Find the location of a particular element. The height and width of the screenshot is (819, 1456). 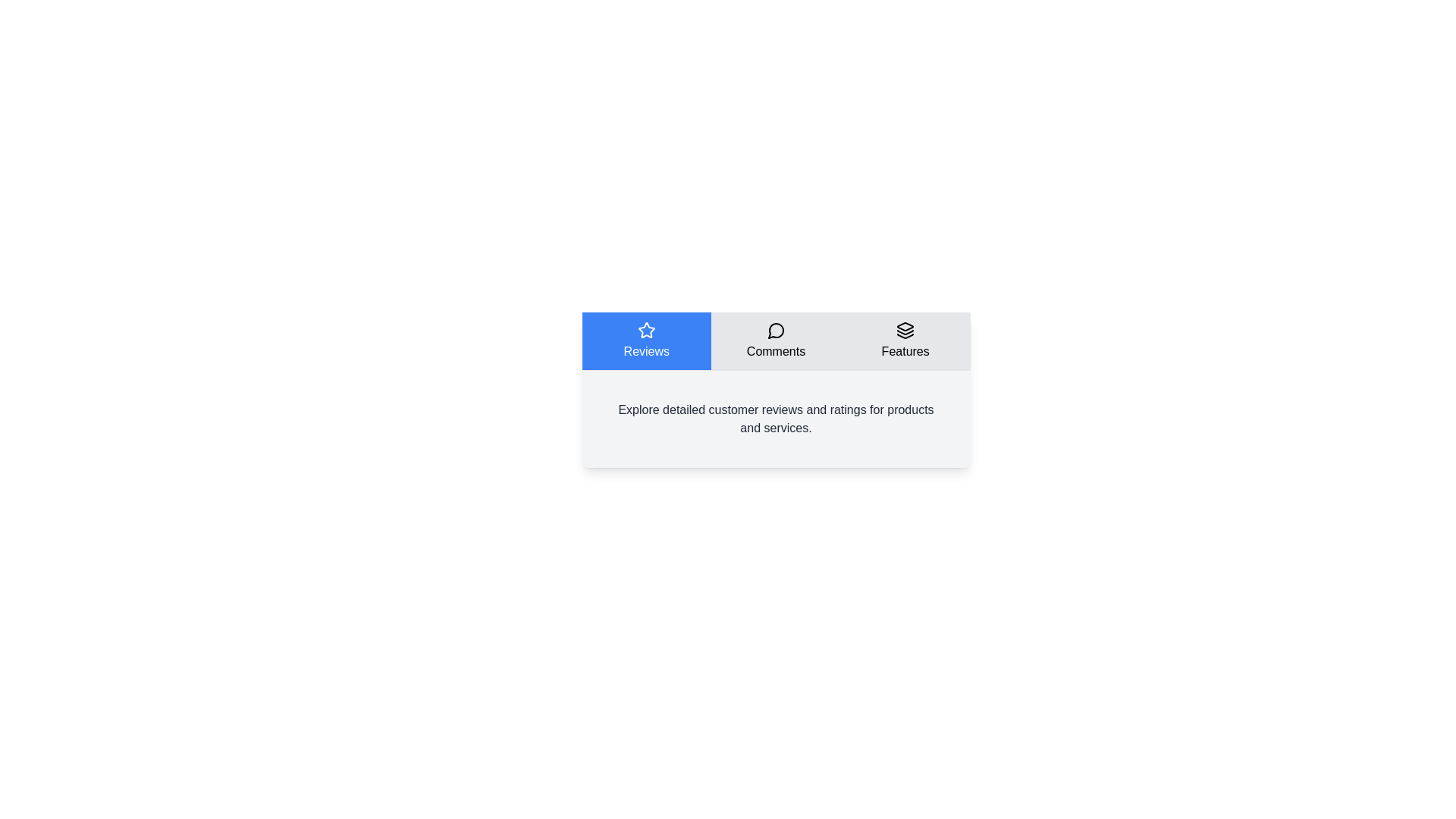

the Features tab to read its content is located at coordinates (905, 341).